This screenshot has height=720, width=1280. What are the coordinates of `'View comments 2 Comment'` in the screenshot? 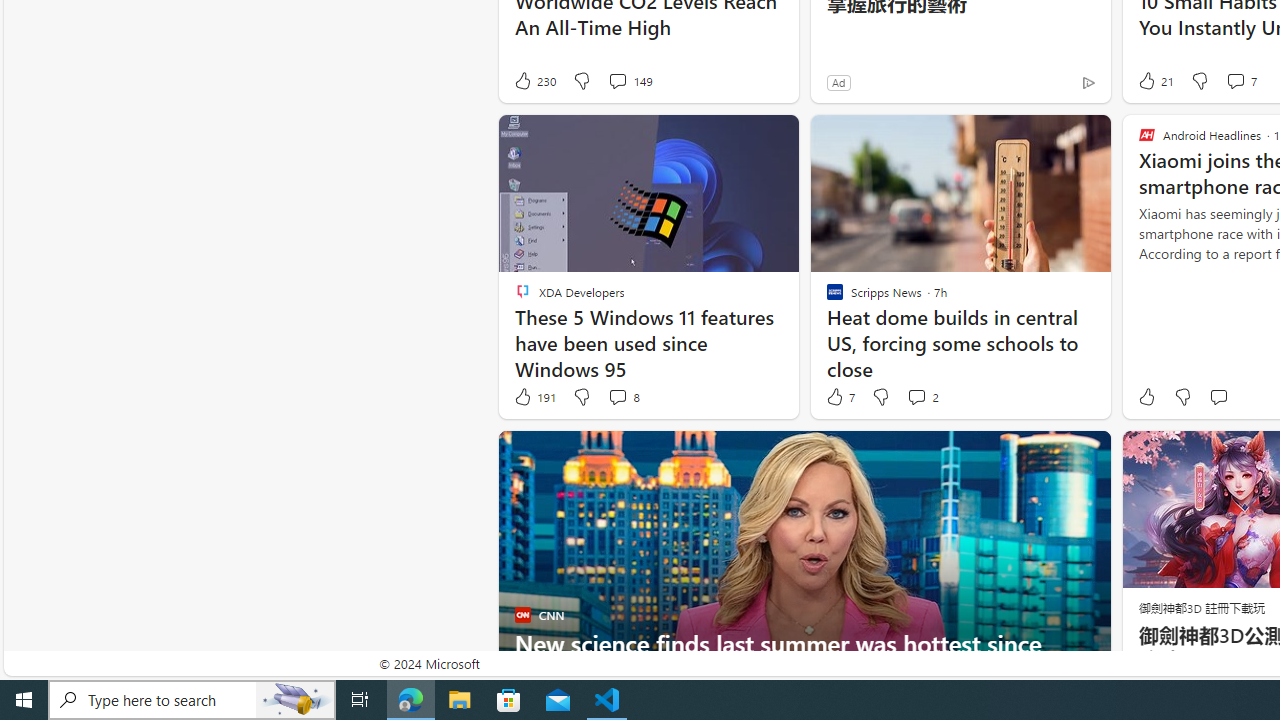 It's located at (915, 397).